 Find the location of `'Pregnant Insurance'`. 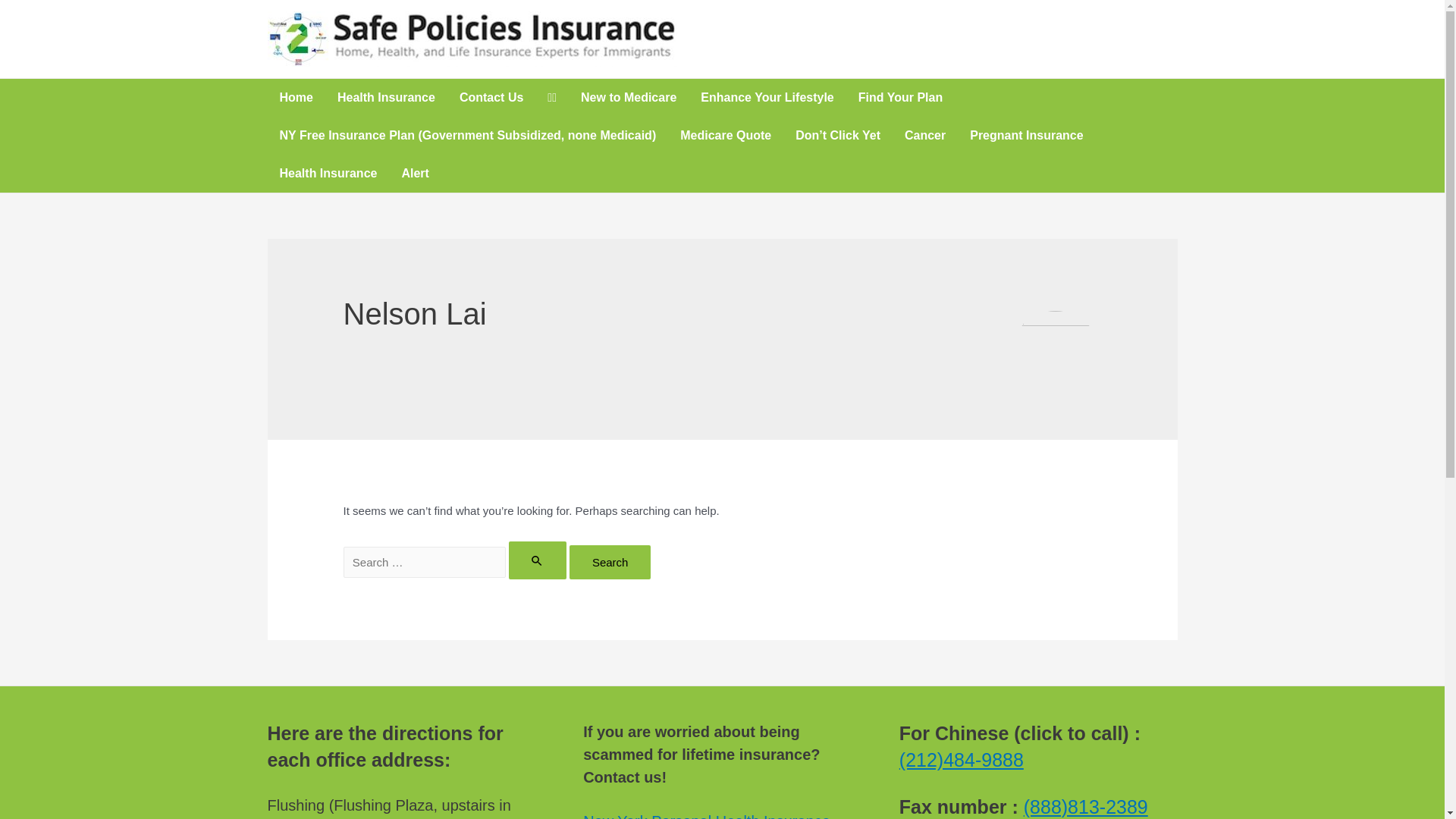

'Pregnant Insurance' is located at coordinates (1026, 134).